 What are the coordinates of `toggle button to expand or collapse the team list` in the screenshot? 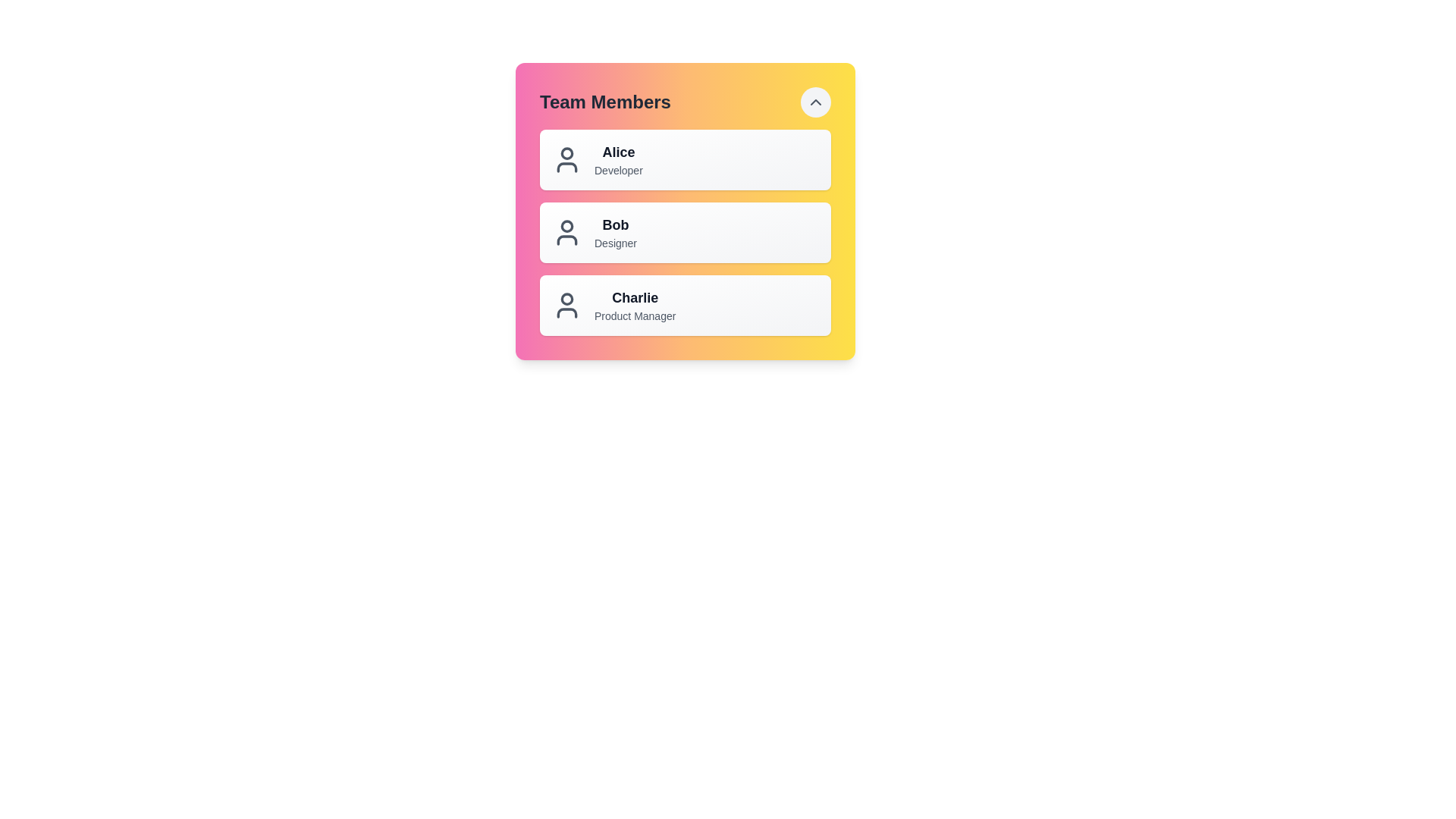 It's located at (814, 102).